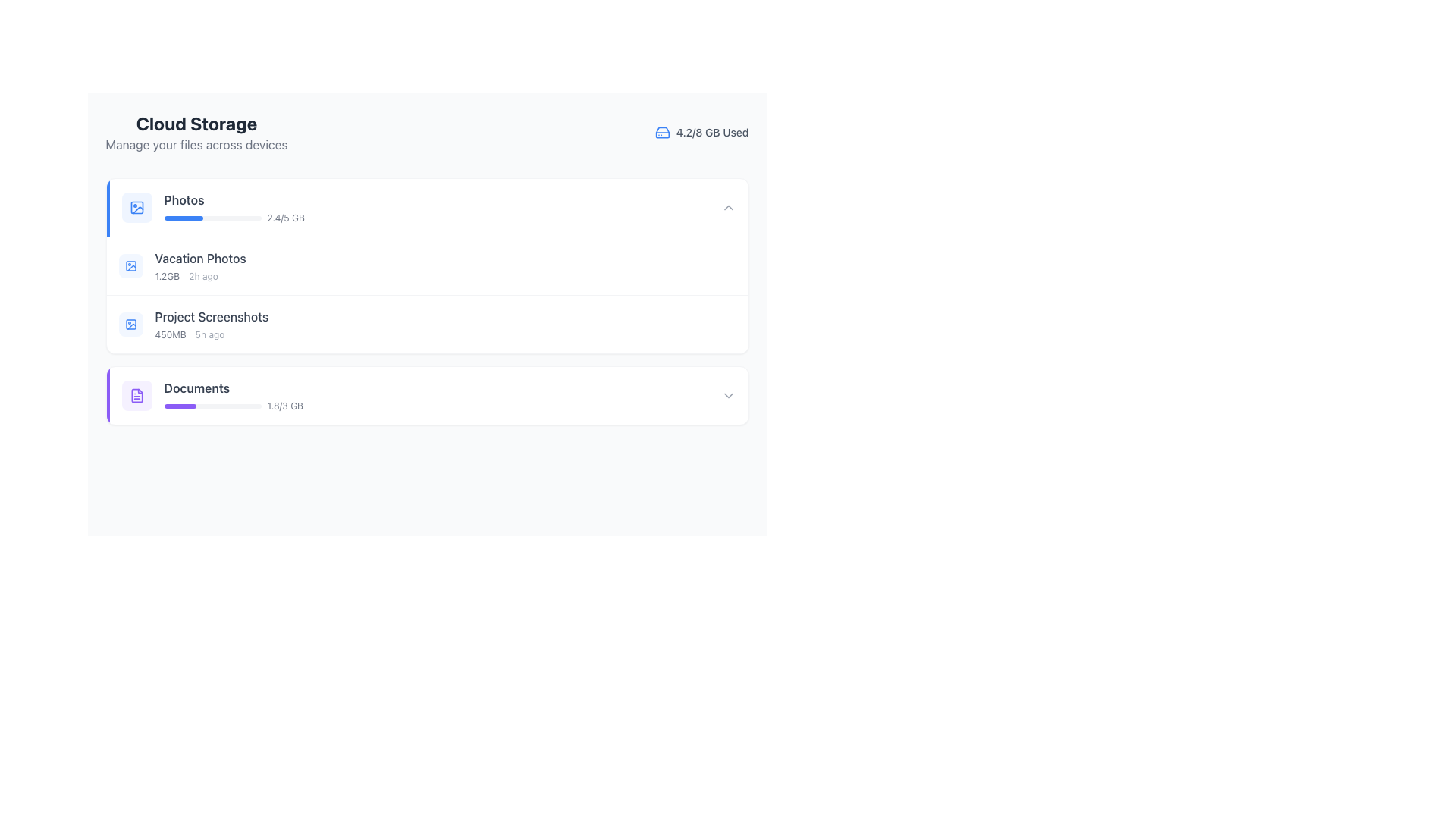 The height and width of the screenshot is (819, 1456). I want to click on the informational text group displaying metadata about the 'Vacation Photos' folder, located to the right of the 'Vacation Photos' label in the second row of the primary content section, so click(199, 277).